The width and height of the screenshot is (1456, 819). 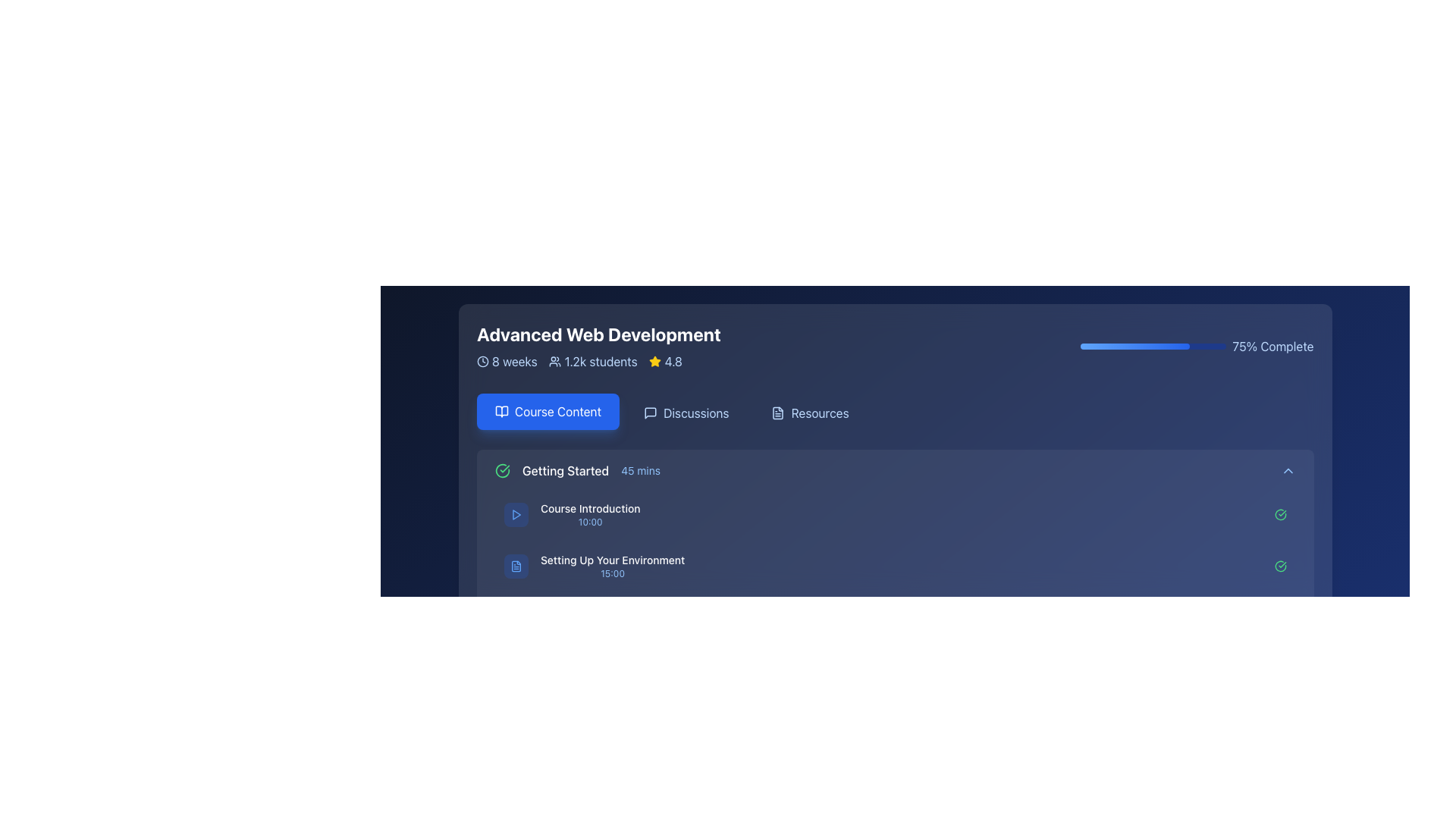 I want to click on label for the course module titled 'Course Introduction' with a duration of '10:00', which is located within a list of course modules and is associated with a play button on the left, so click(x=589, y=513).